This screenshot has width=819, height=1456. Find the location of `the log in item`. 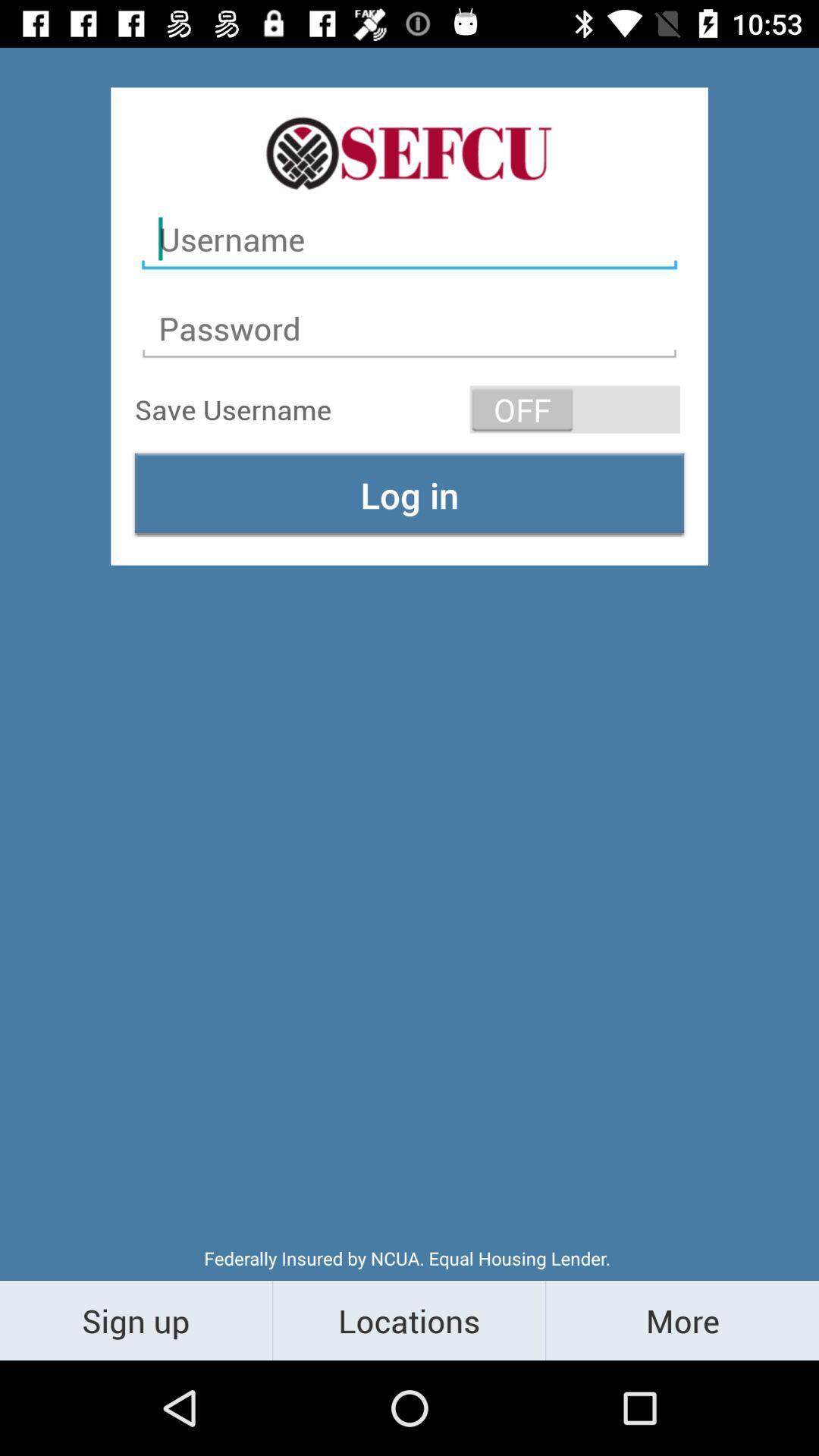

the log in item is located at coordinates (409, 494).